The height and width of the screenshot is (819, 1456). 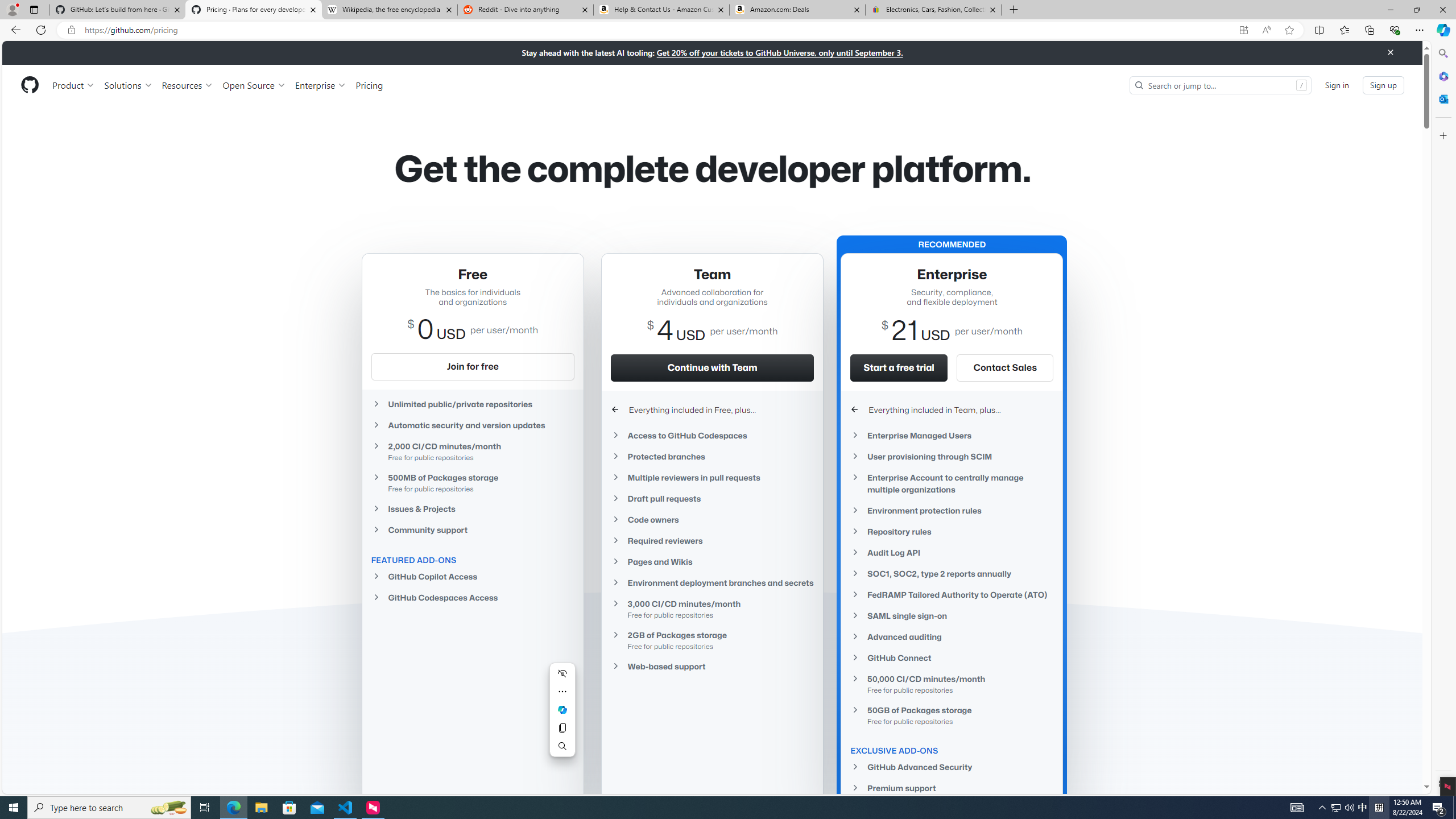 I want to click on 'Hide menu', so click(x=562, y=673).